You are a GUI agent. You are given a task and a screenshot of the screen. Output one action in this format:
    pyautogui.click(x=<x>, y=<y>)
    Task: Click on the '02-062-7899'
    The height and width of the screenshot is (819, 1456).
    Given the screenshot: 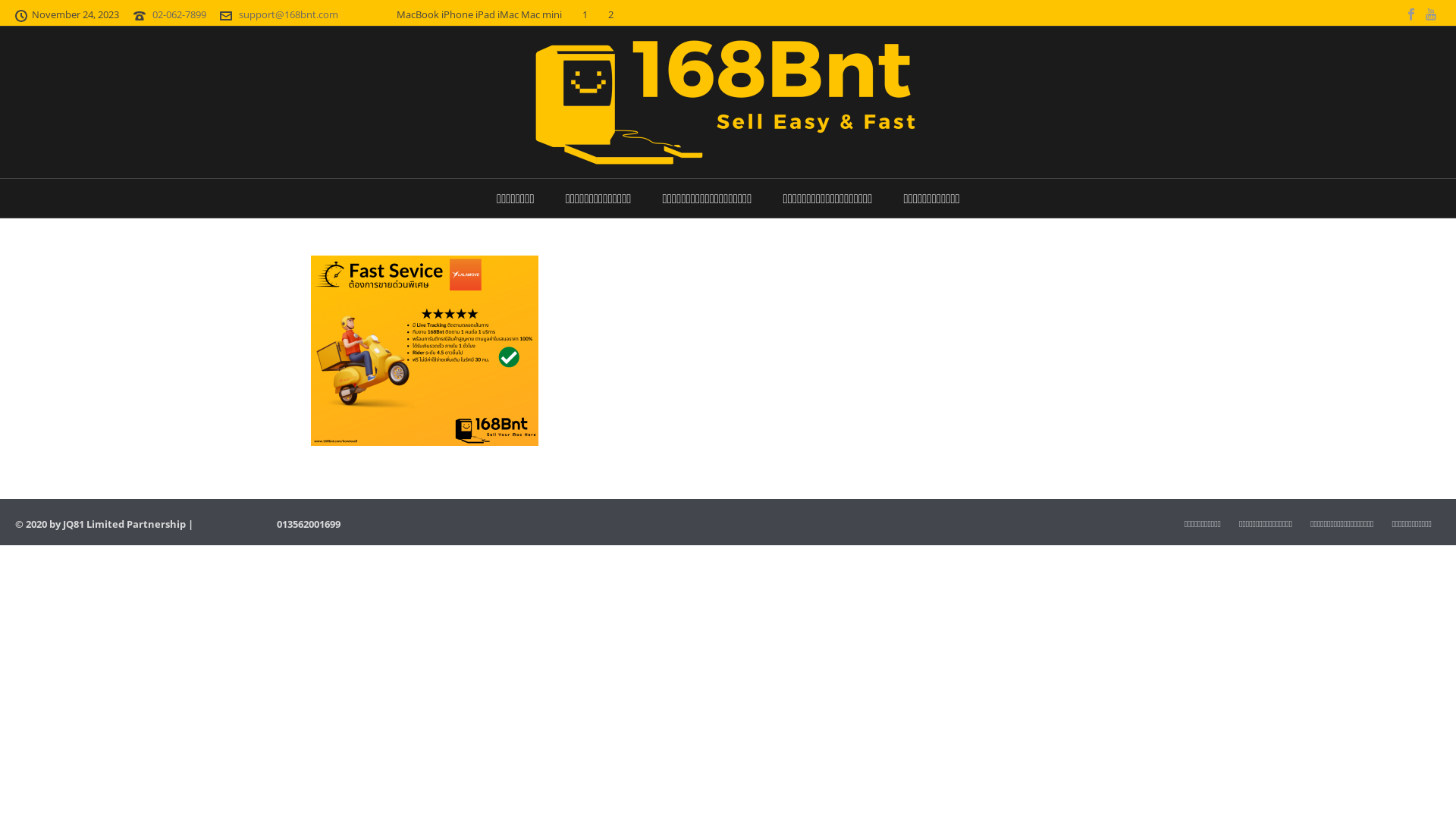 What is the action you would take?
    pyautogui.click(x=179, y=14)
    